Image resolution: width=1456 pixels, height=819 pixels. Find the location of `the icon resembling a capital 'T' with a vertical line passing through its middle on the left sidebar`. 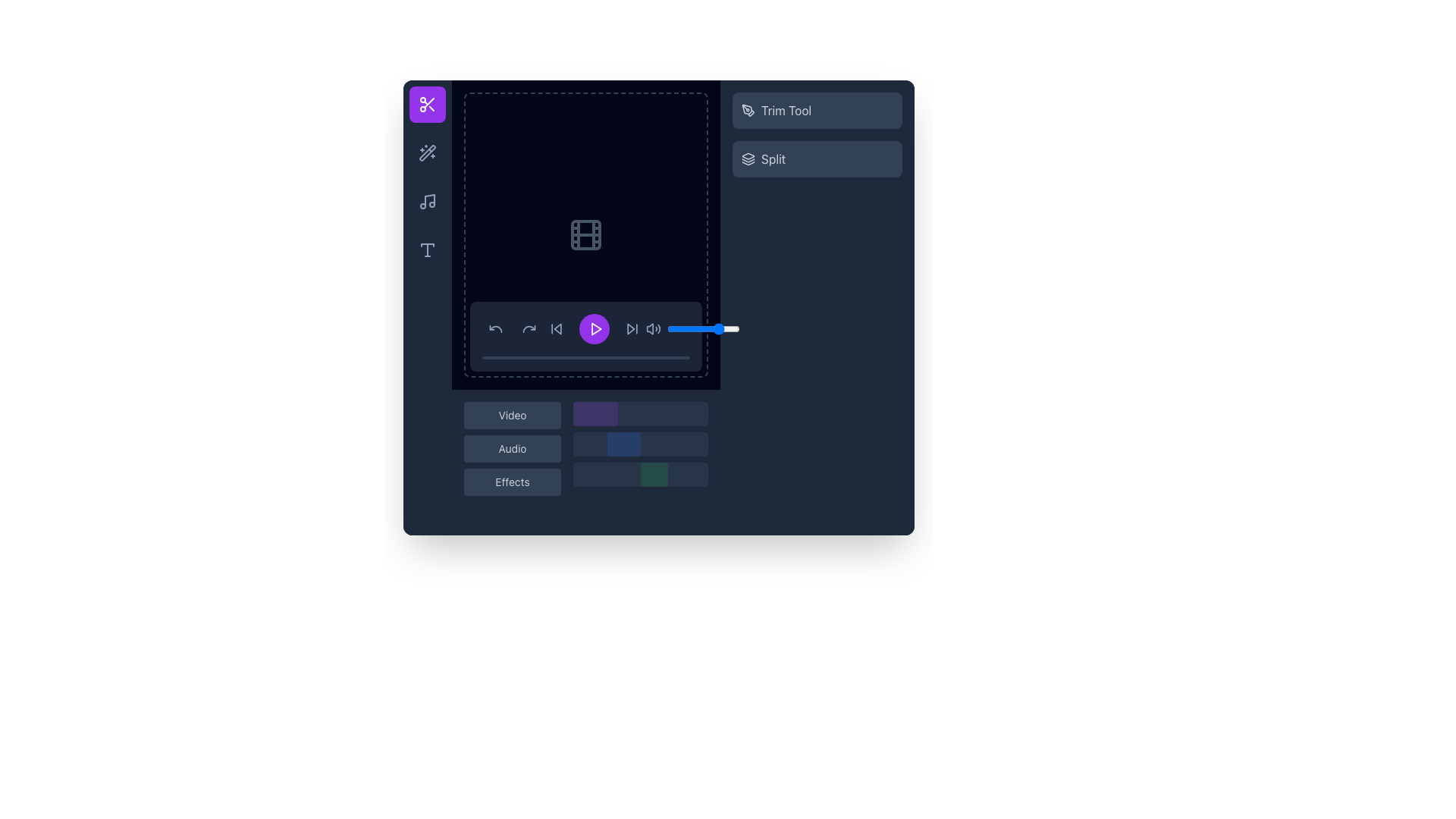

the icon resembling a capital 'T' with a vertical line passing through its middle on the left sidebar is located at coordinates (427, 249).